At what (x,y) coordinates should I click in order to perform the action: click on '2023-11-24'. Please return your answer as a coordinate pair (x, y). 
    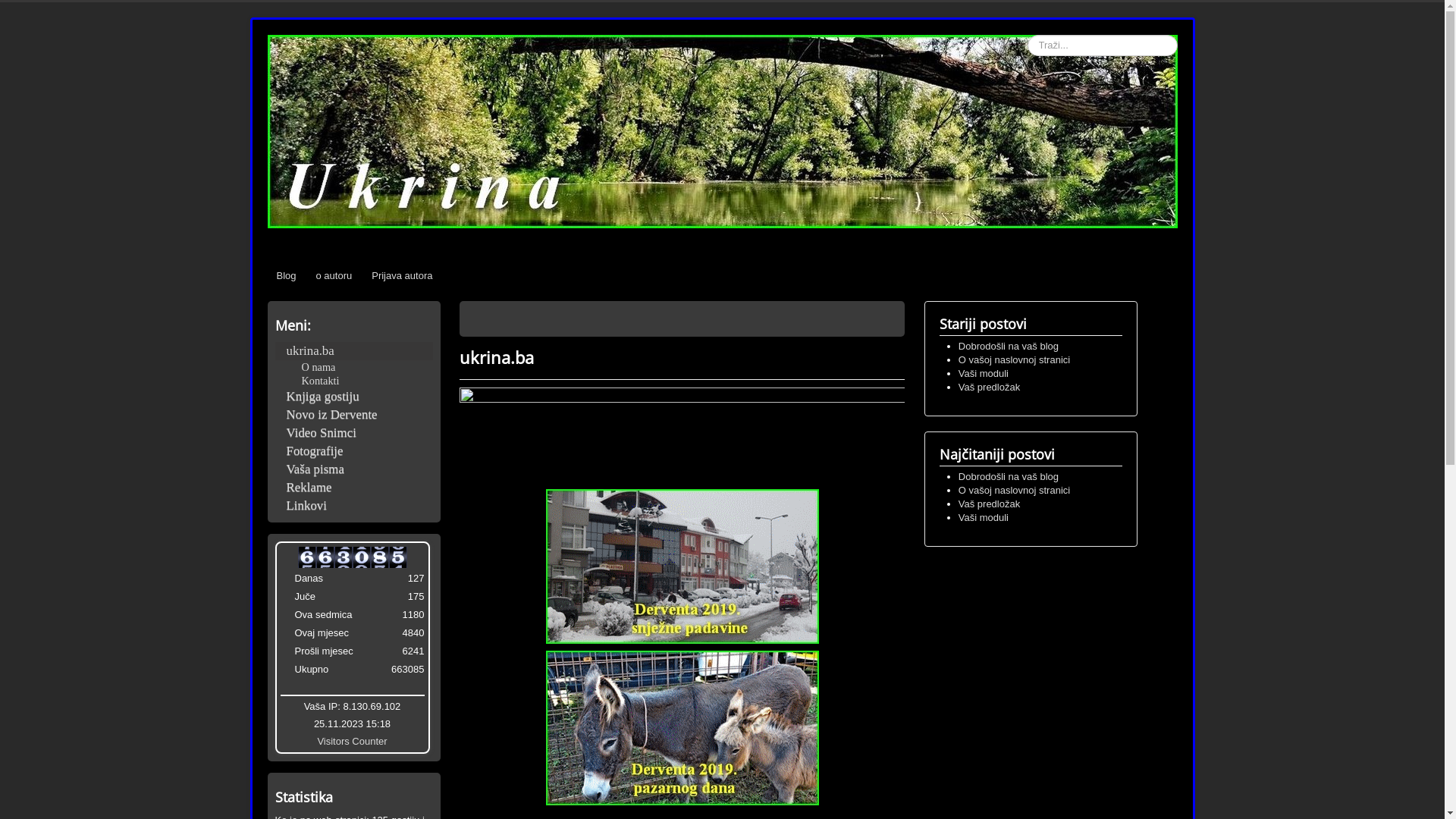
    Looking at the image, I should click on (286, 598).